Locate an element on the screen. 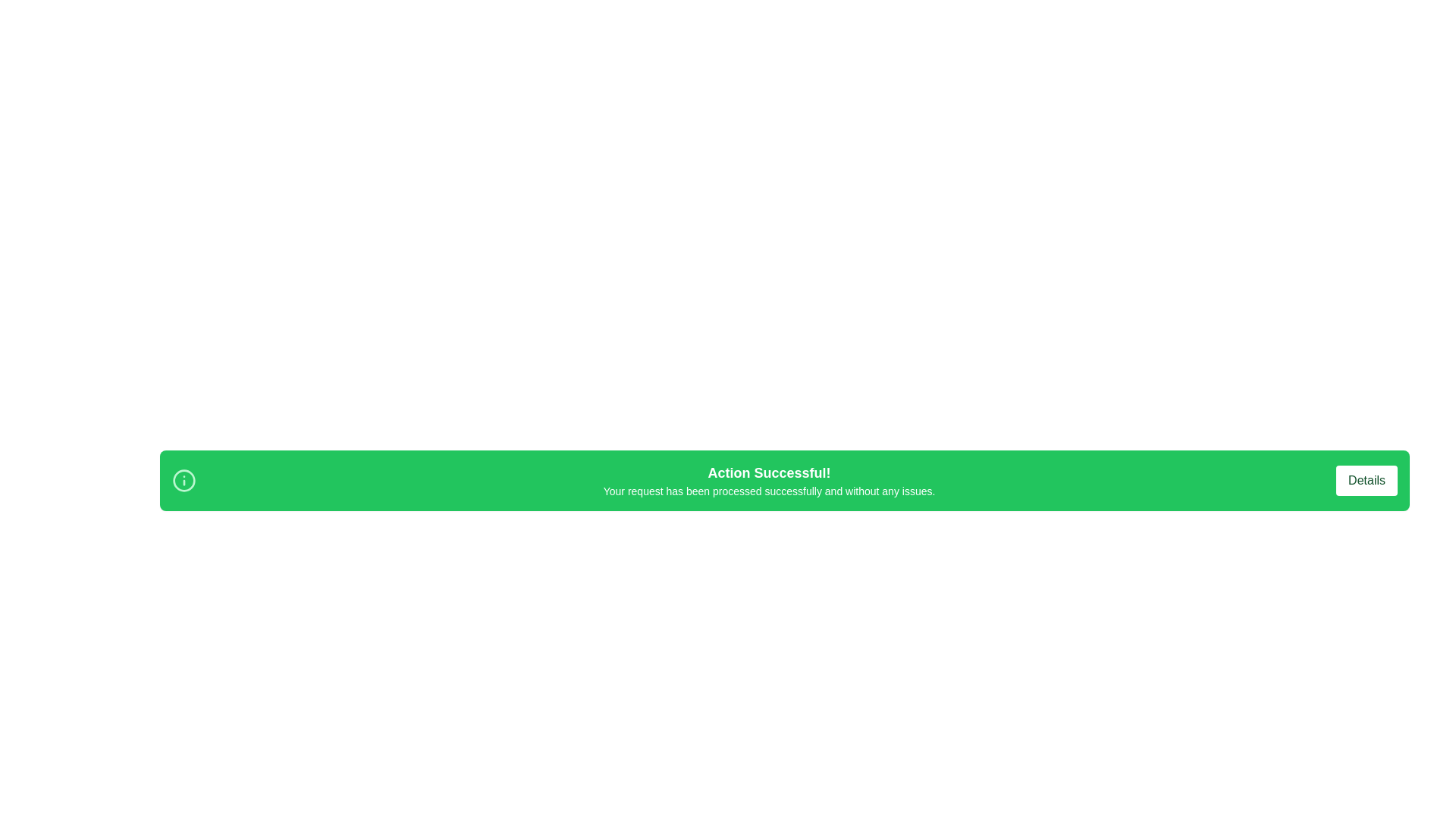 This screenshot has width=1456, height=819. the 'Details' button to trigger its hover effect is located at coordinates (1367, 480).